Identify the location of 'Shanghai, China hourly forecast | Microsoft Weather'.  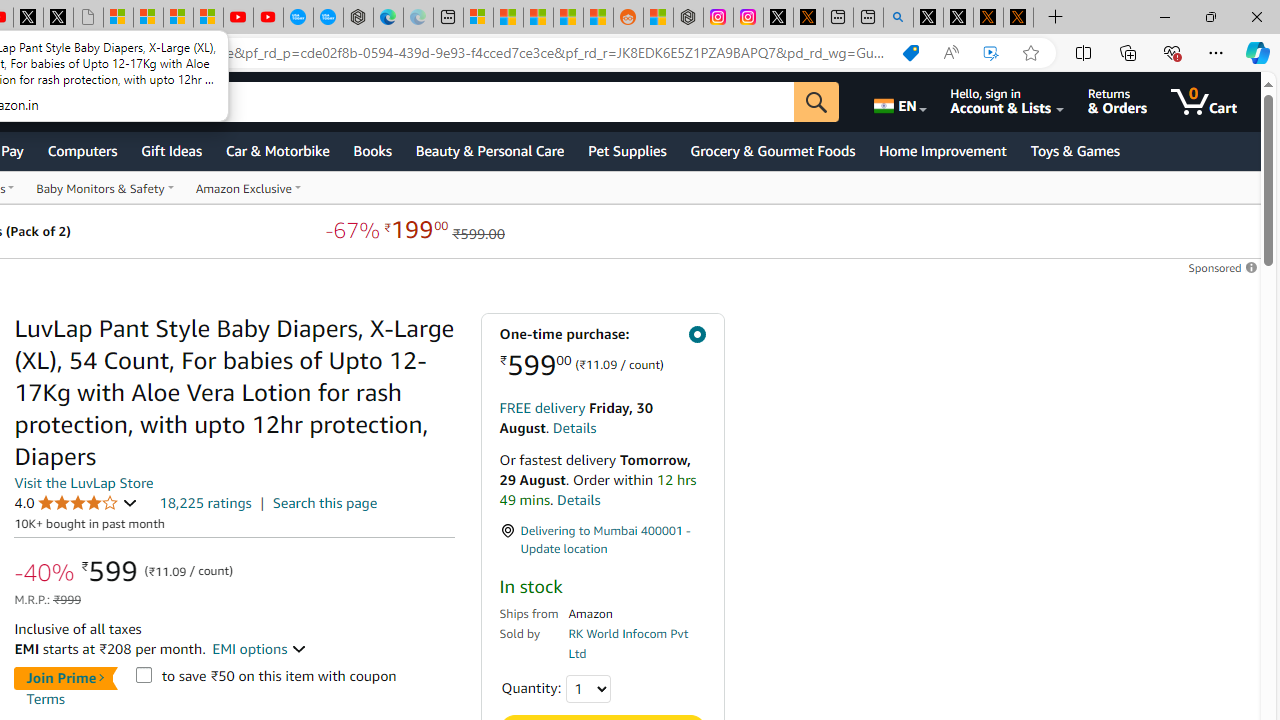
(538, 17).